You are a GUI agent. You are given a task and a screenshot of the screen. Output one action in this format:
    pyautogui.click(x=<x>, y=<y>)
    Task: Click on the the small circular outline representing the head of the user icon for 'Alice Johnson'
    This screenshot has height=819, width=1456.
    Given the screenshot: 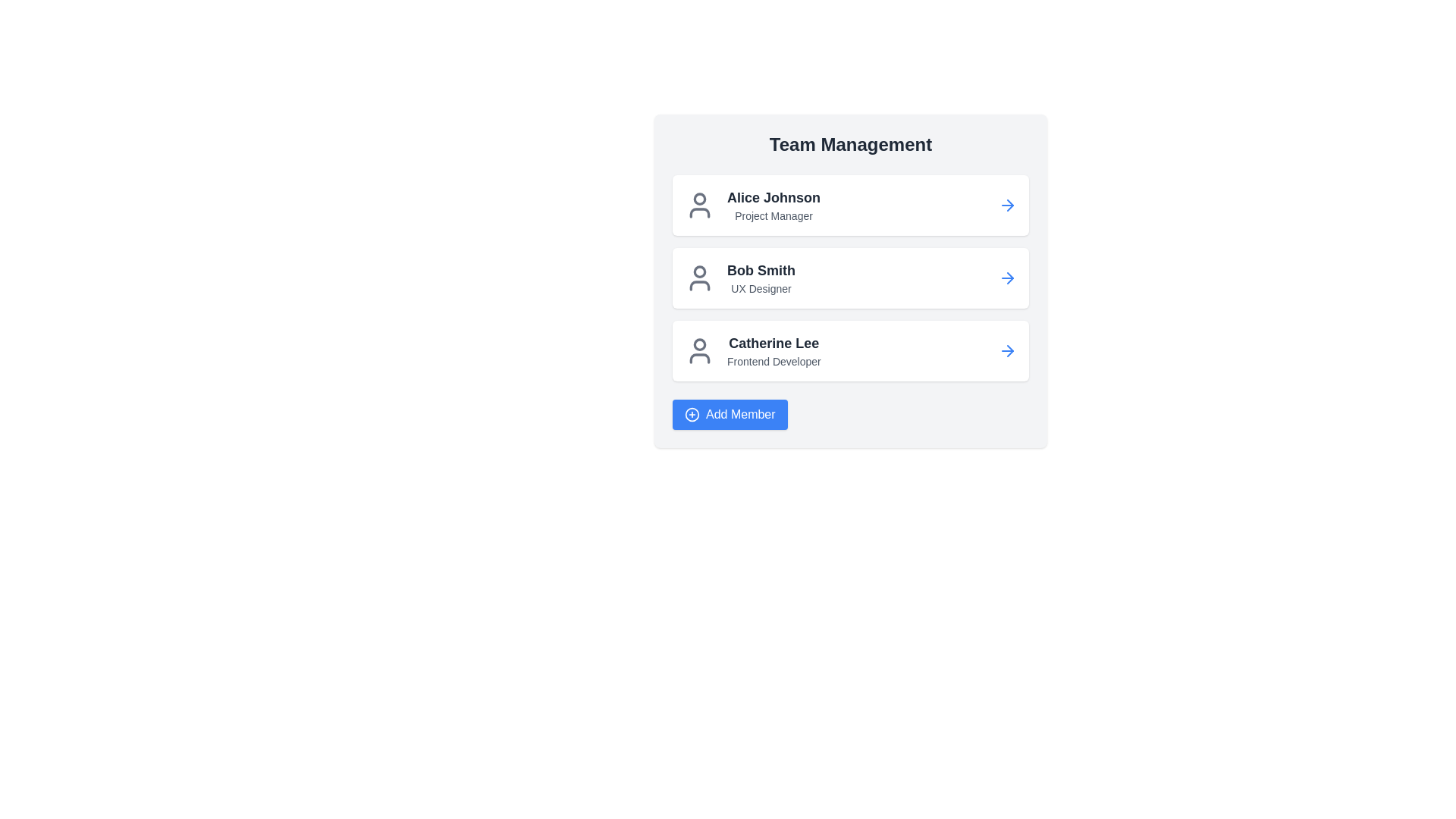 What is the action you would take?
    pyautogui.click(x=698, y=198)
    